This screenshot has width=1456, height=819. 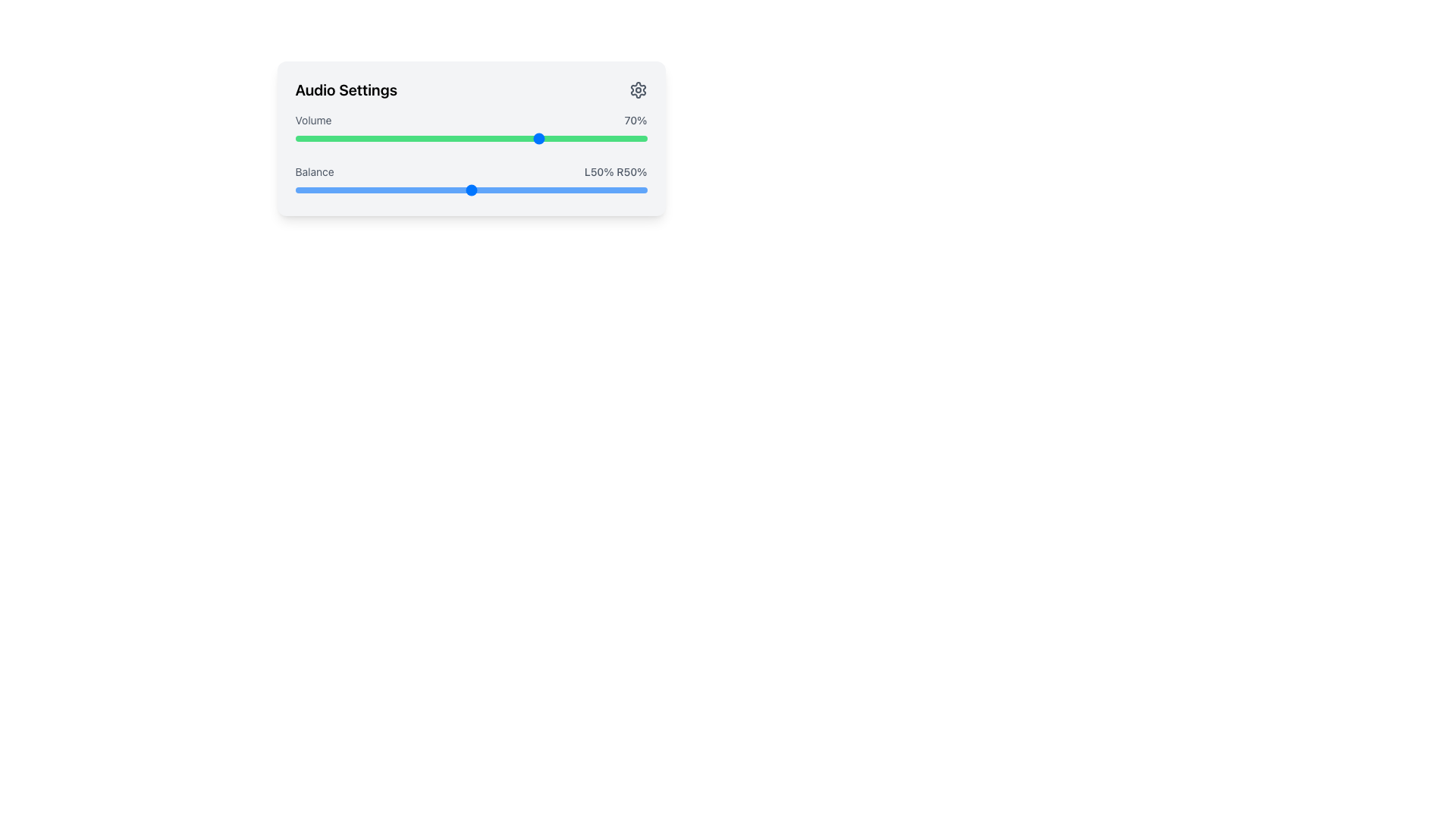 What do you see at coordinates (616, 171) in the screenshot?
I see `the static text label displaying 'L50% R50%' located on the right side of the row associated with the label 'Balance'` at bounding box center [616, 171].